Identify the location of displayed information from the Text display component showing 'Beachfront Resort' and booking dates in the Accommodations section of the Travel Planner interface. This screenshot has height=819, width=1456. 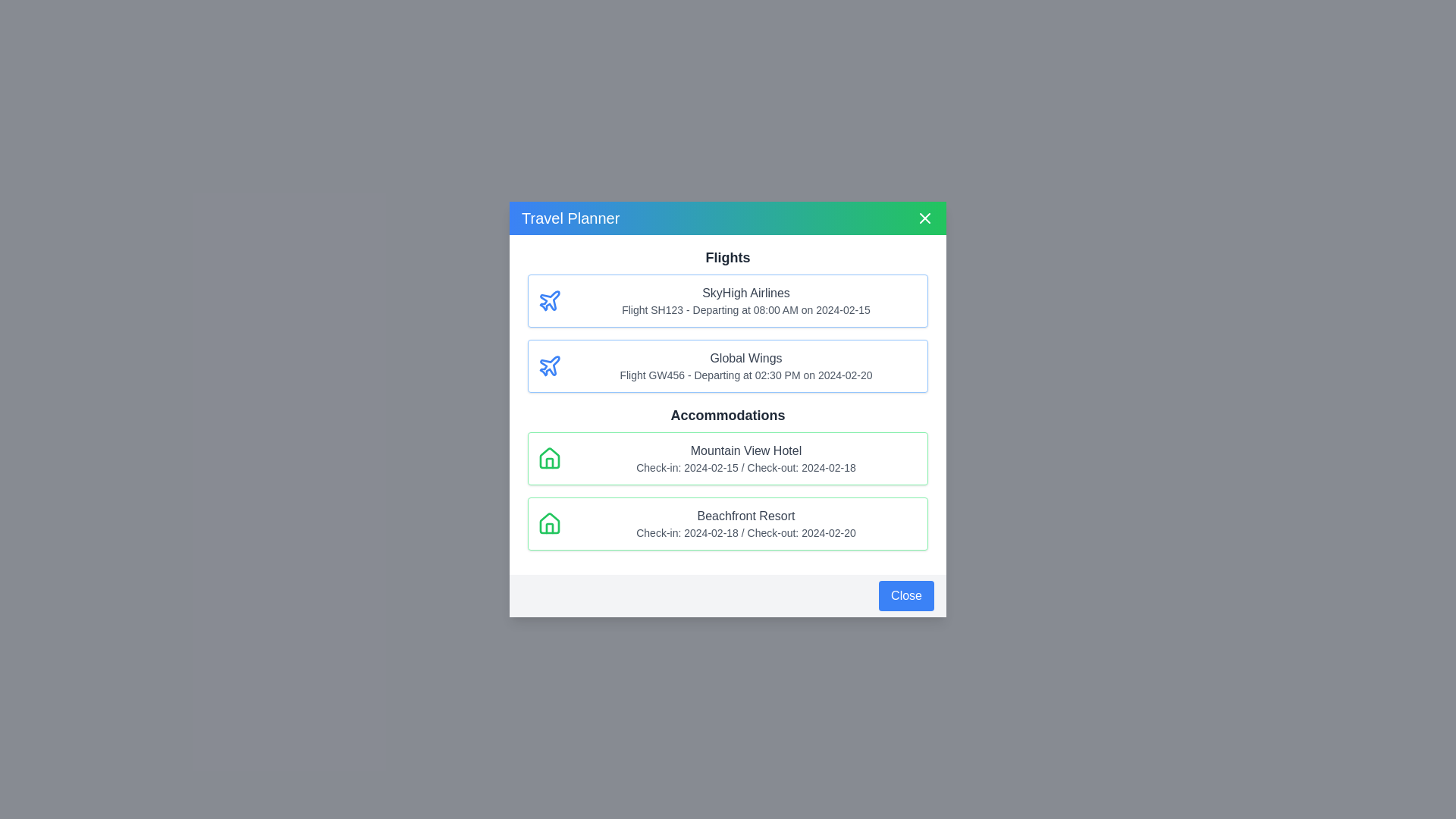
(745, 522).